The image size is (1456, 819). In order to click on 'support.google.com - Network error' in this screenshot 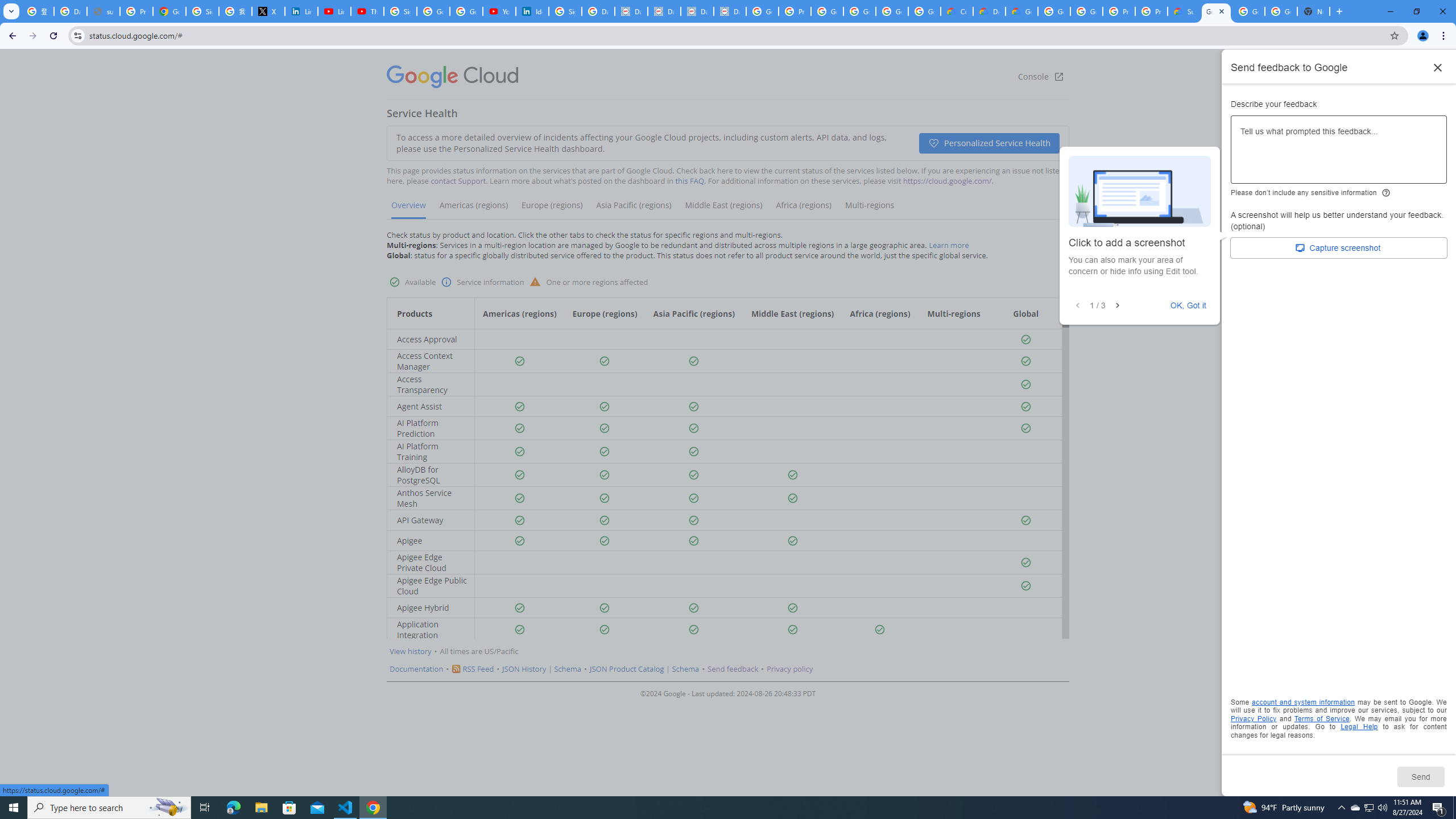, I will do `click(102, 11)`.